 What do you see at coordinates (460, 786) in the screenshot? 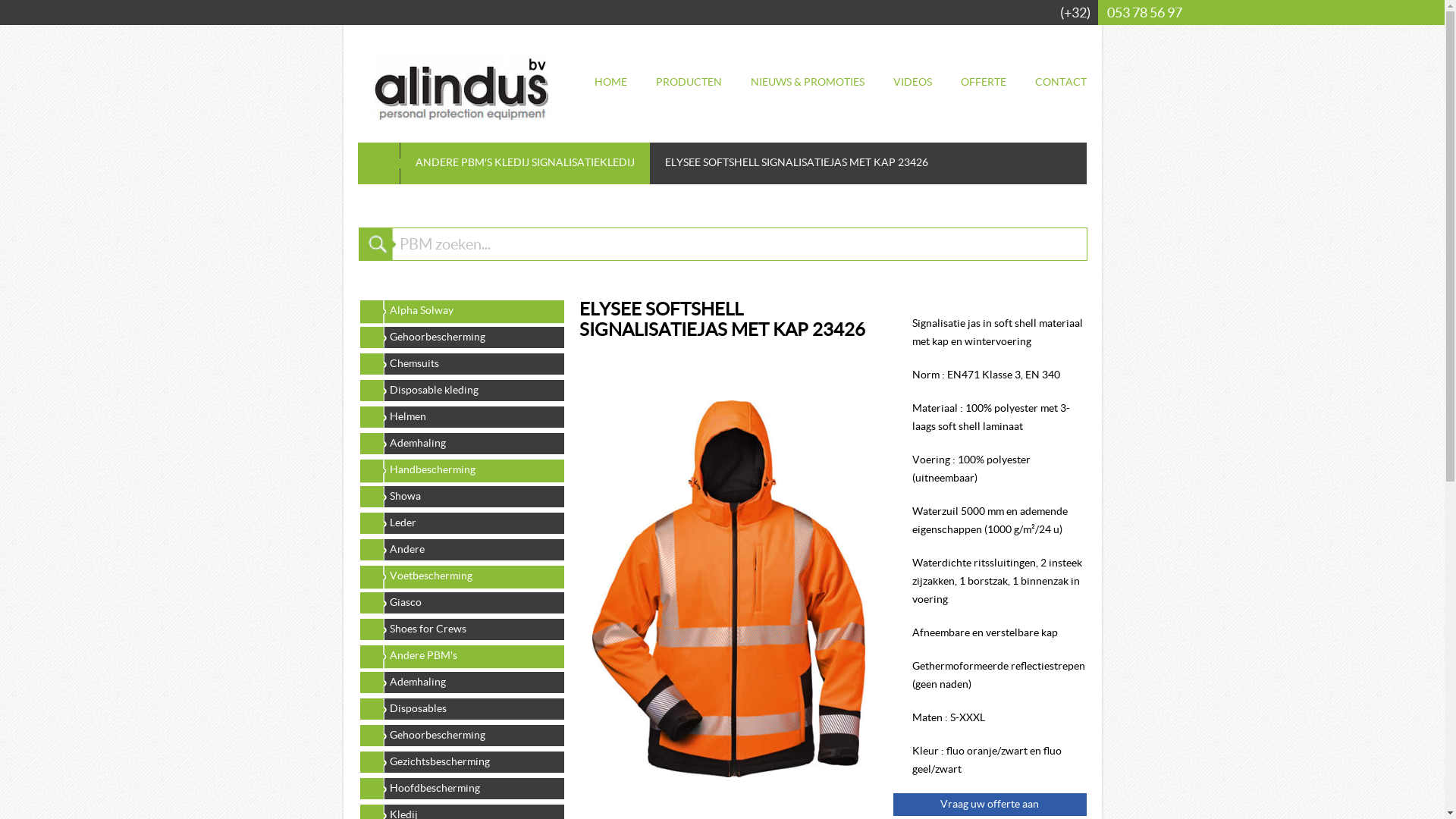
I see `'Hoofdbescherming'` at bounding box center [460, 786].